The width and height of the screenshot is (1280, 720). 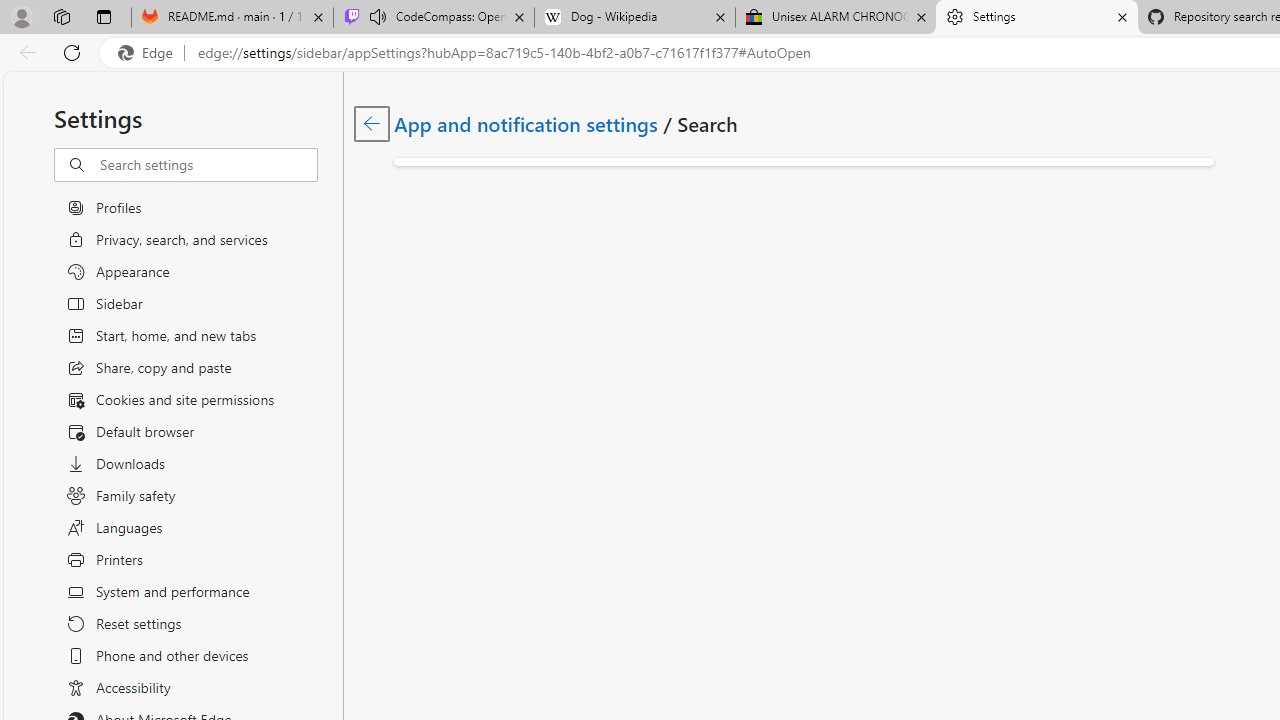 I want to click on 'Class: c01177', so click(x=371, y=123).